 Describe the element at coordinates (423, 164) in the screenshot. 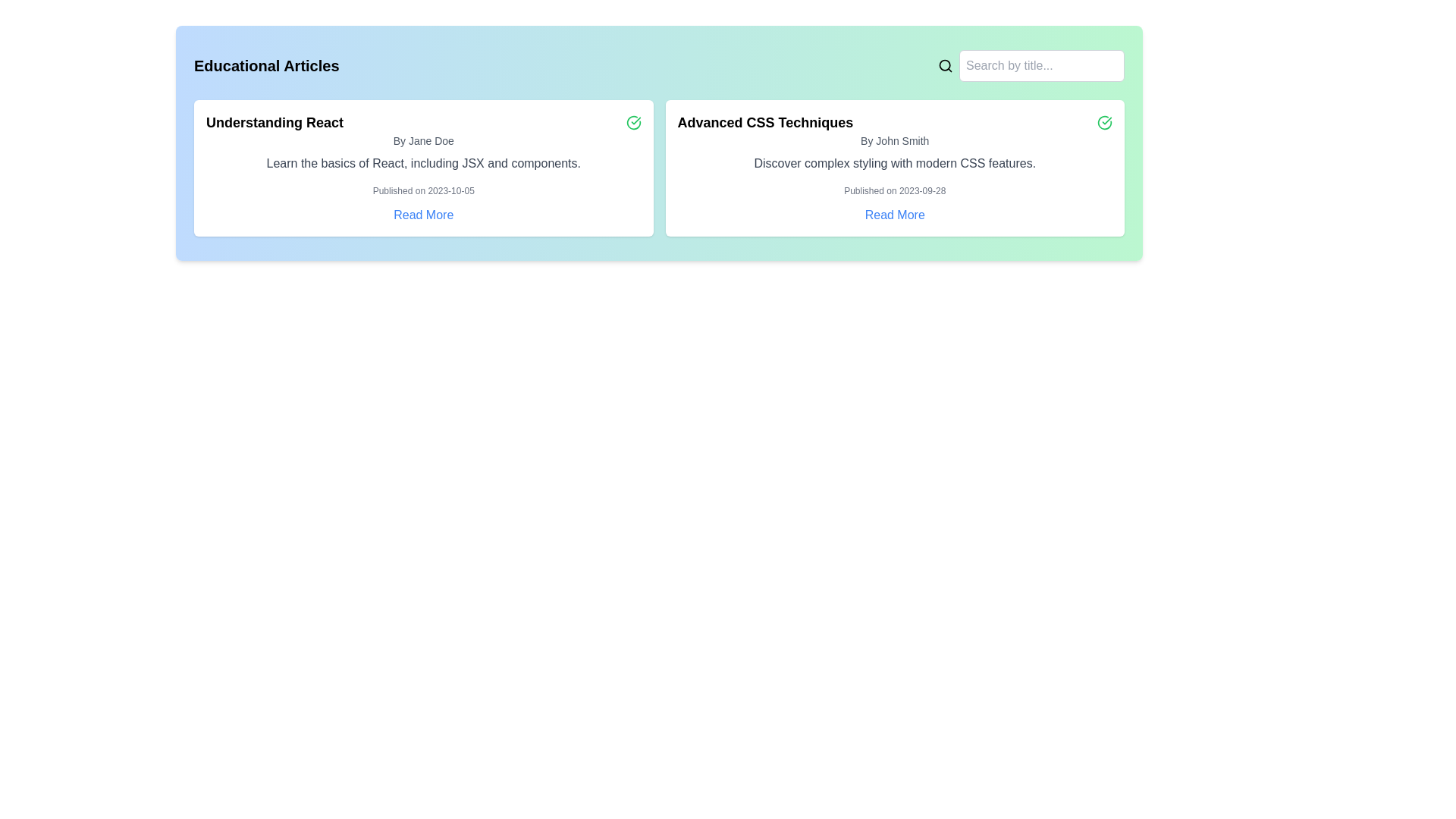

I see `the text block that provides a summary of the 'Understanding React' article, located under 'By Jane Doe' and above 'Published on 2023-10-05'` at that location.